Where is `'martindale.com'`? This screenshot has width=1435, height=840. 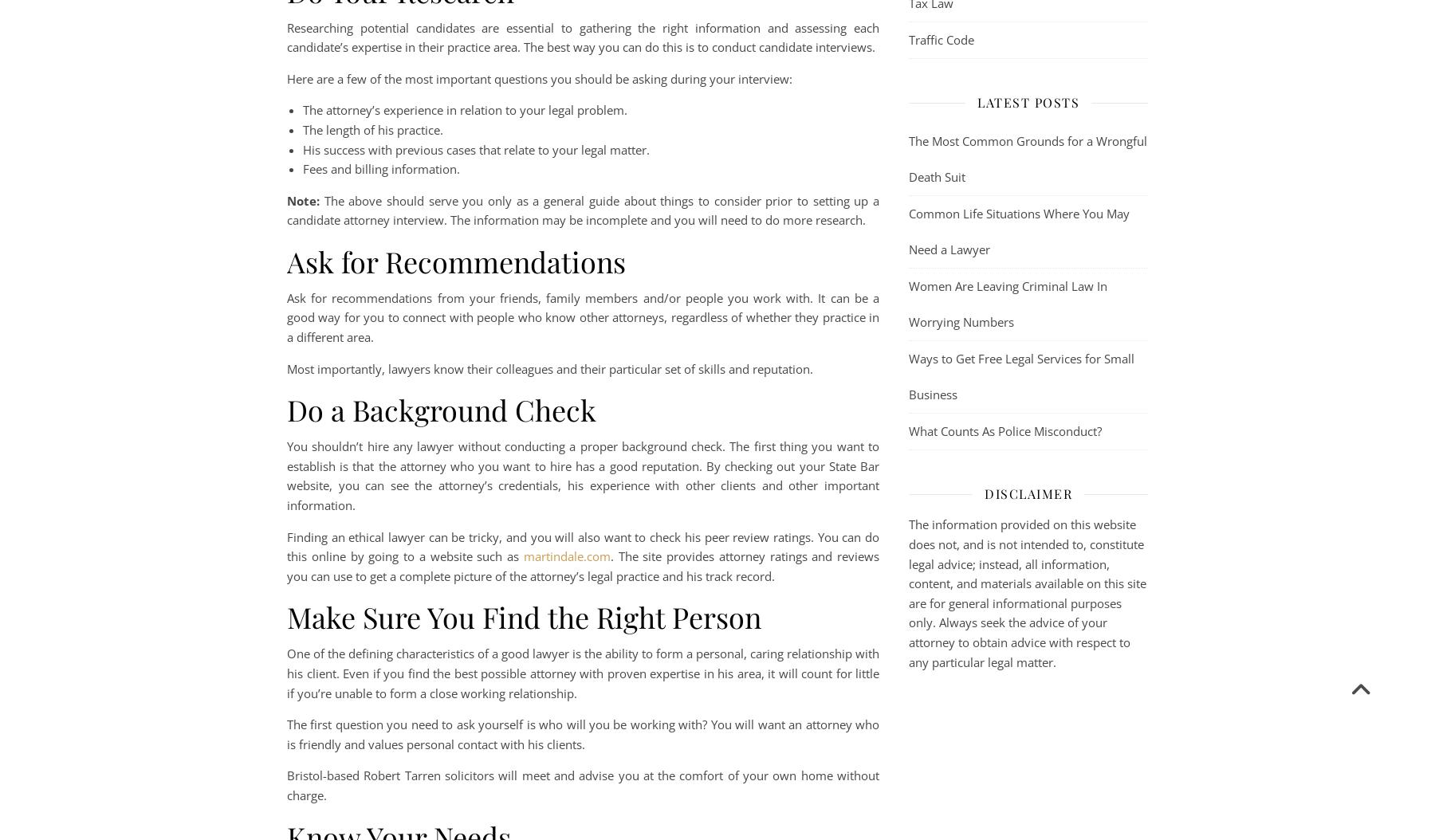 'martindale.com' is located at coordinates (565, 555).